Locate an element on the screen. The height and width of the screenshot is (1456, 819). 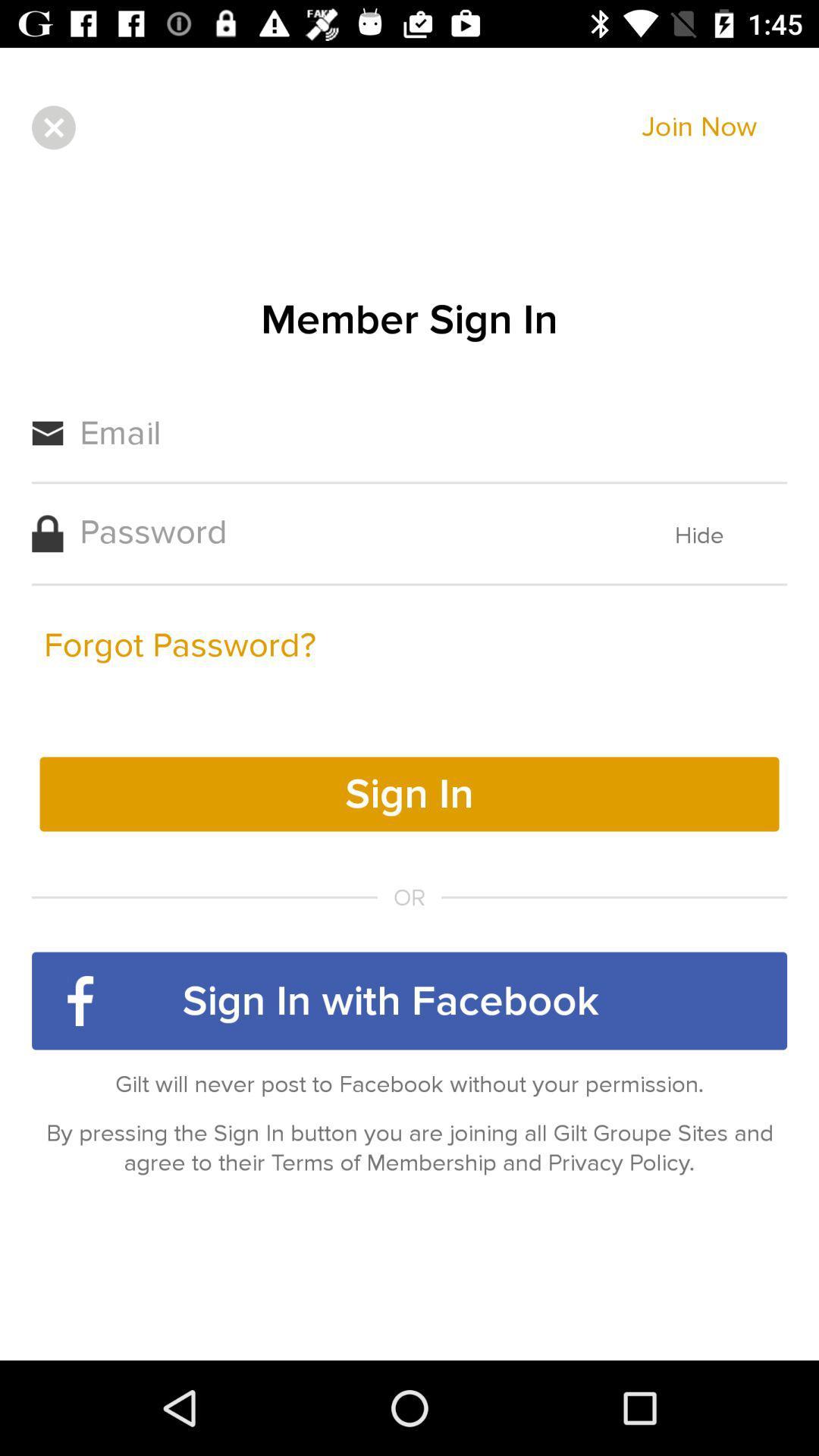
password area is located at coordinates (345, 532).